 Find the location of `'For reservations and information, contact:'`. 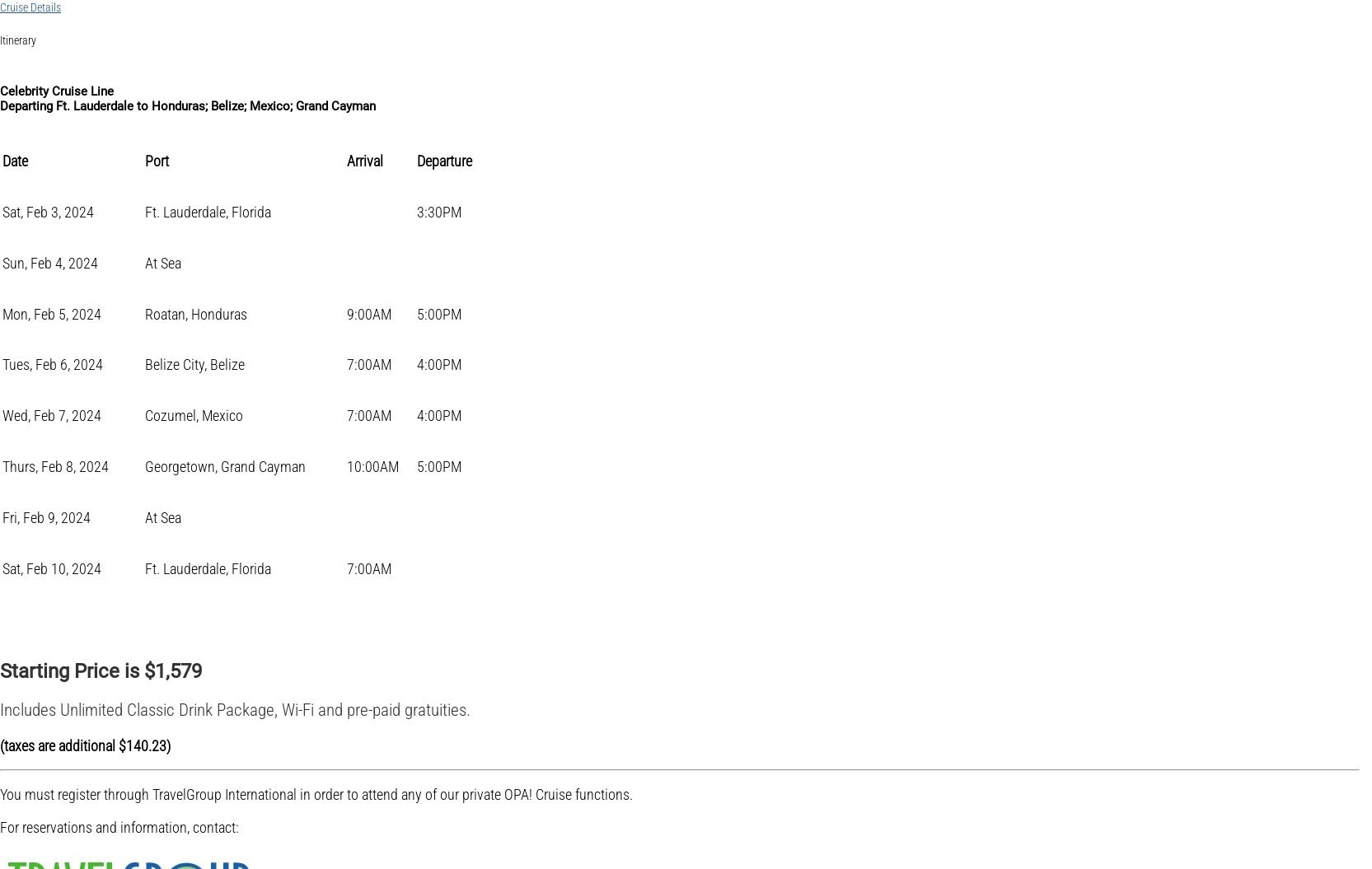

'For reservations and information, contact:' is located at coordinates (119, 825).